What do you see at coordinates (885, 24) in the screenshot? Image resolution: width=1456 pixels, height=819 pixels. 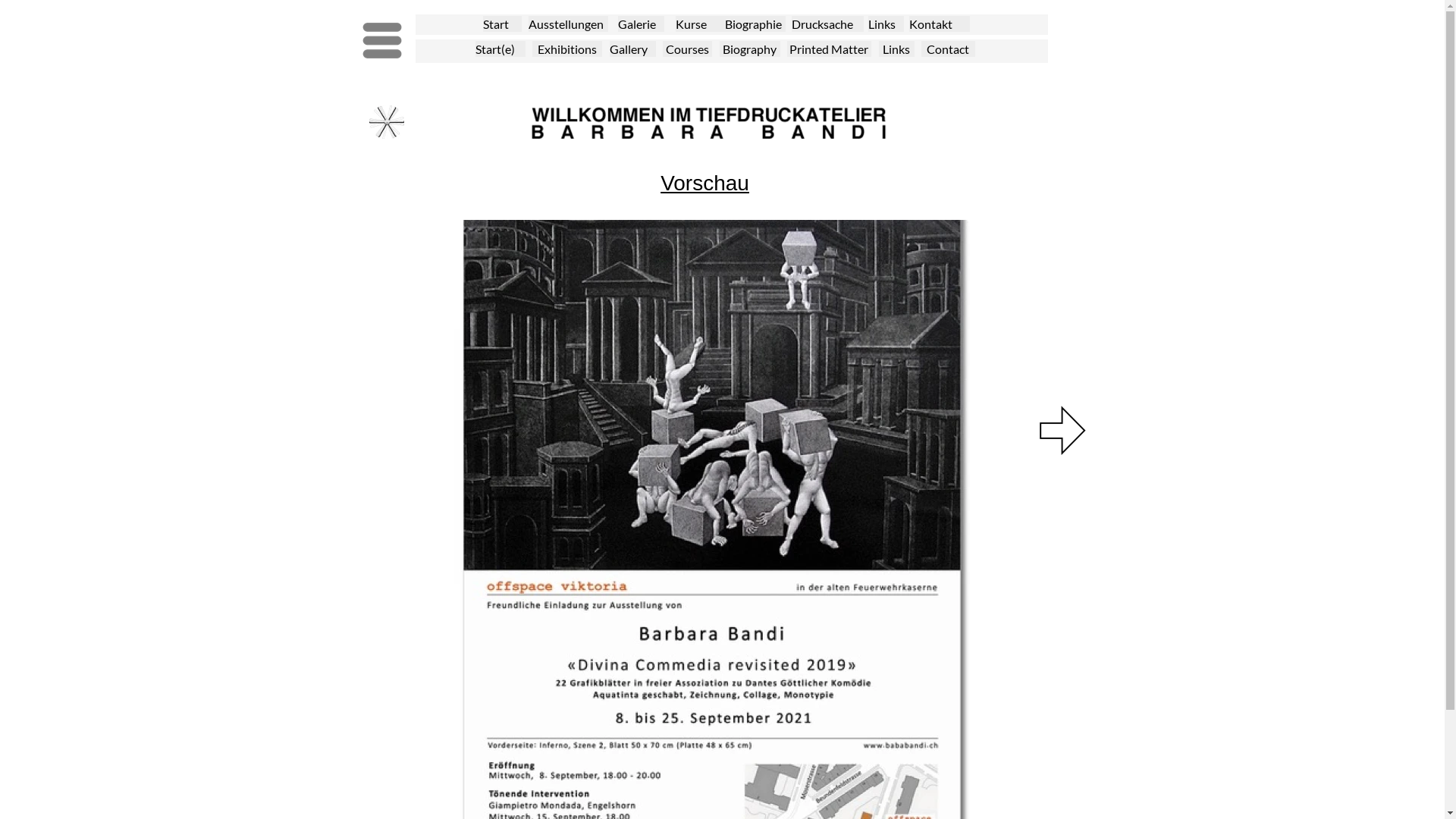 I see `'Links'` at bounding box center [885, 24].